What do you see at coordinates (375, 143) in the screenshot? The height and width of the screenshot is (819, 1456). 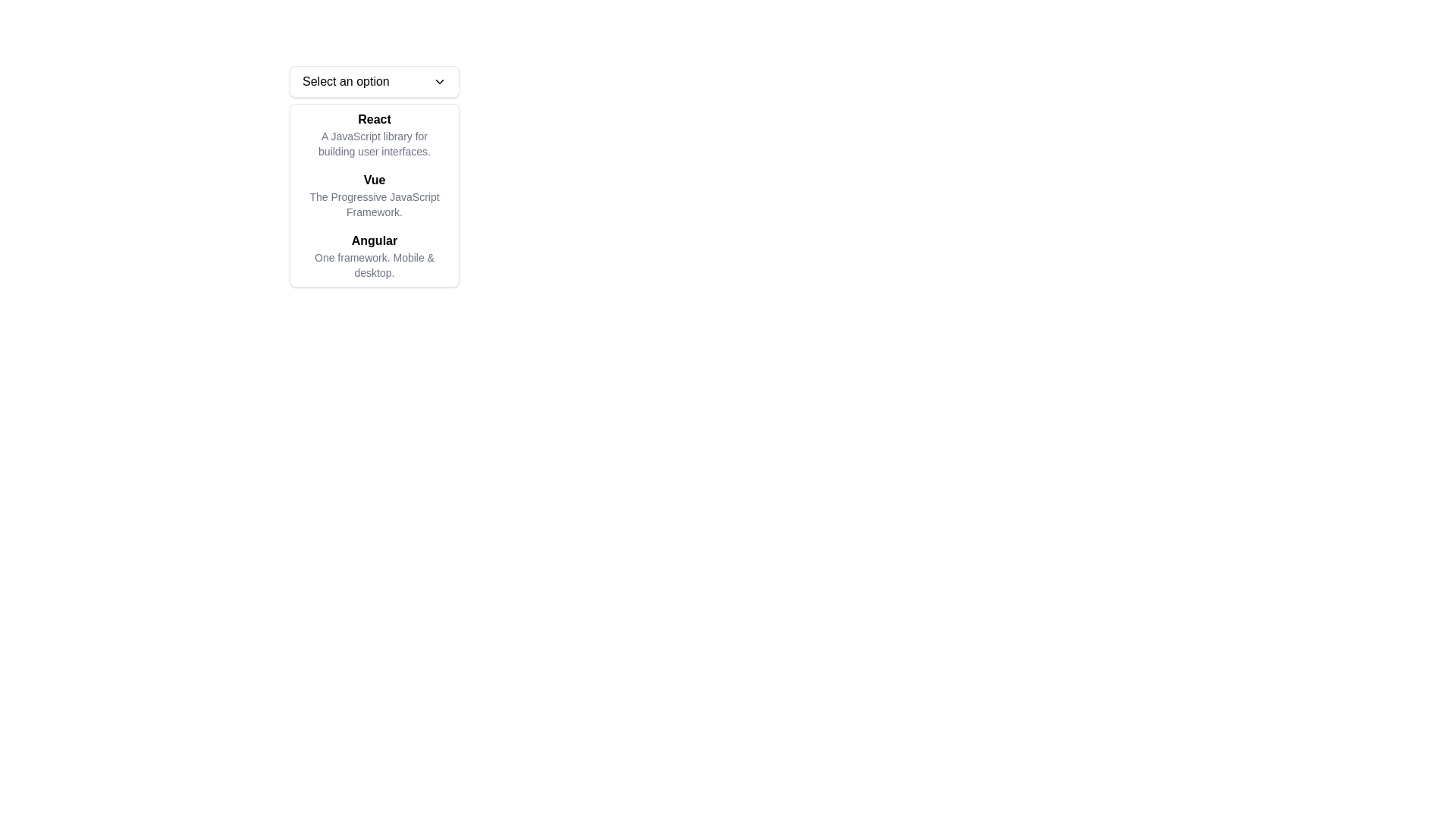 I see `the static text element that provides additional details about the 'React' label in the dropdown menu` at bounding box center [375, 143].